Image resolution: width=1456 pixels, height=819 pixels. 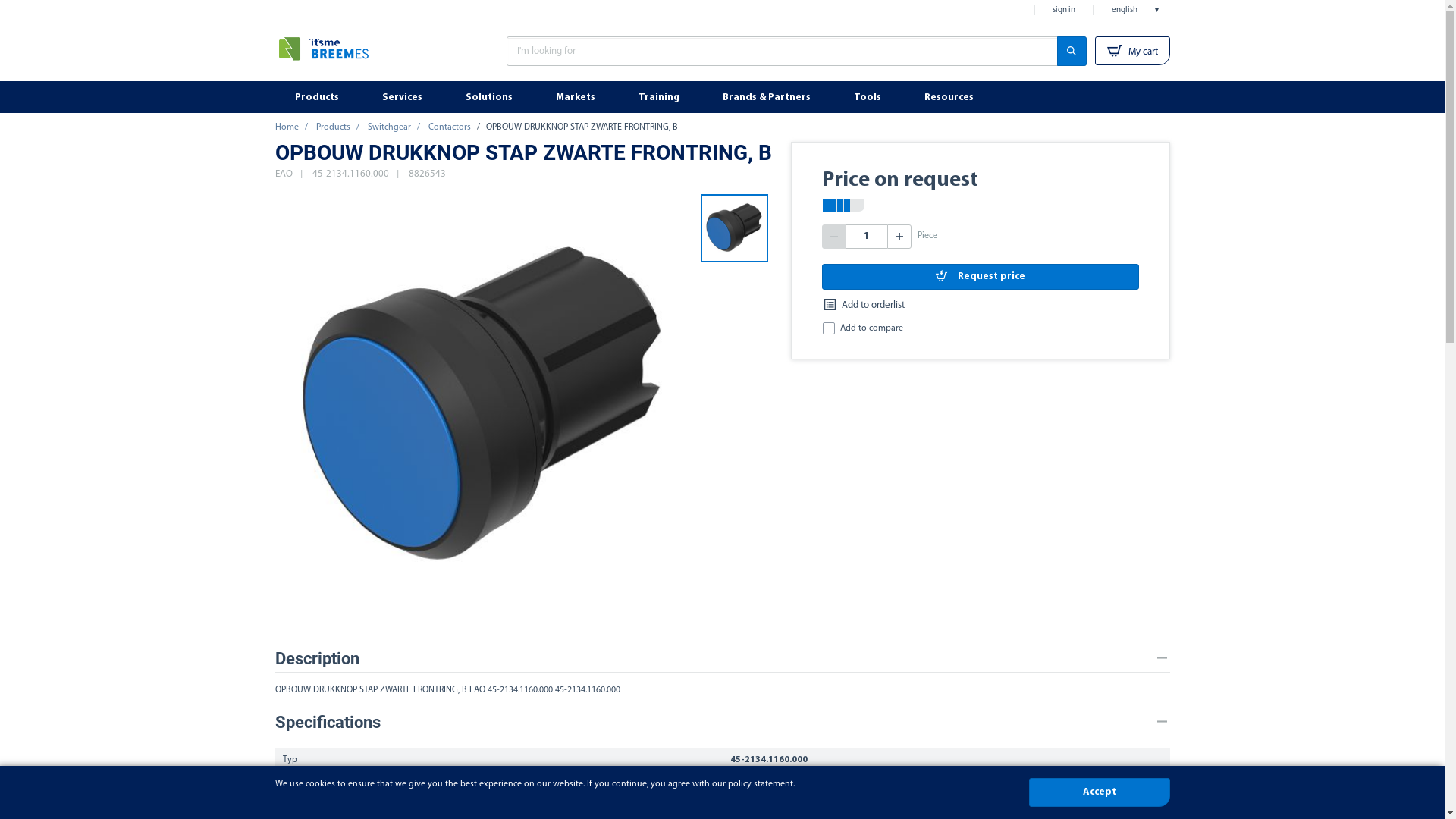 I want to click on 'Brands & Partners', so click(x=701, y=96).